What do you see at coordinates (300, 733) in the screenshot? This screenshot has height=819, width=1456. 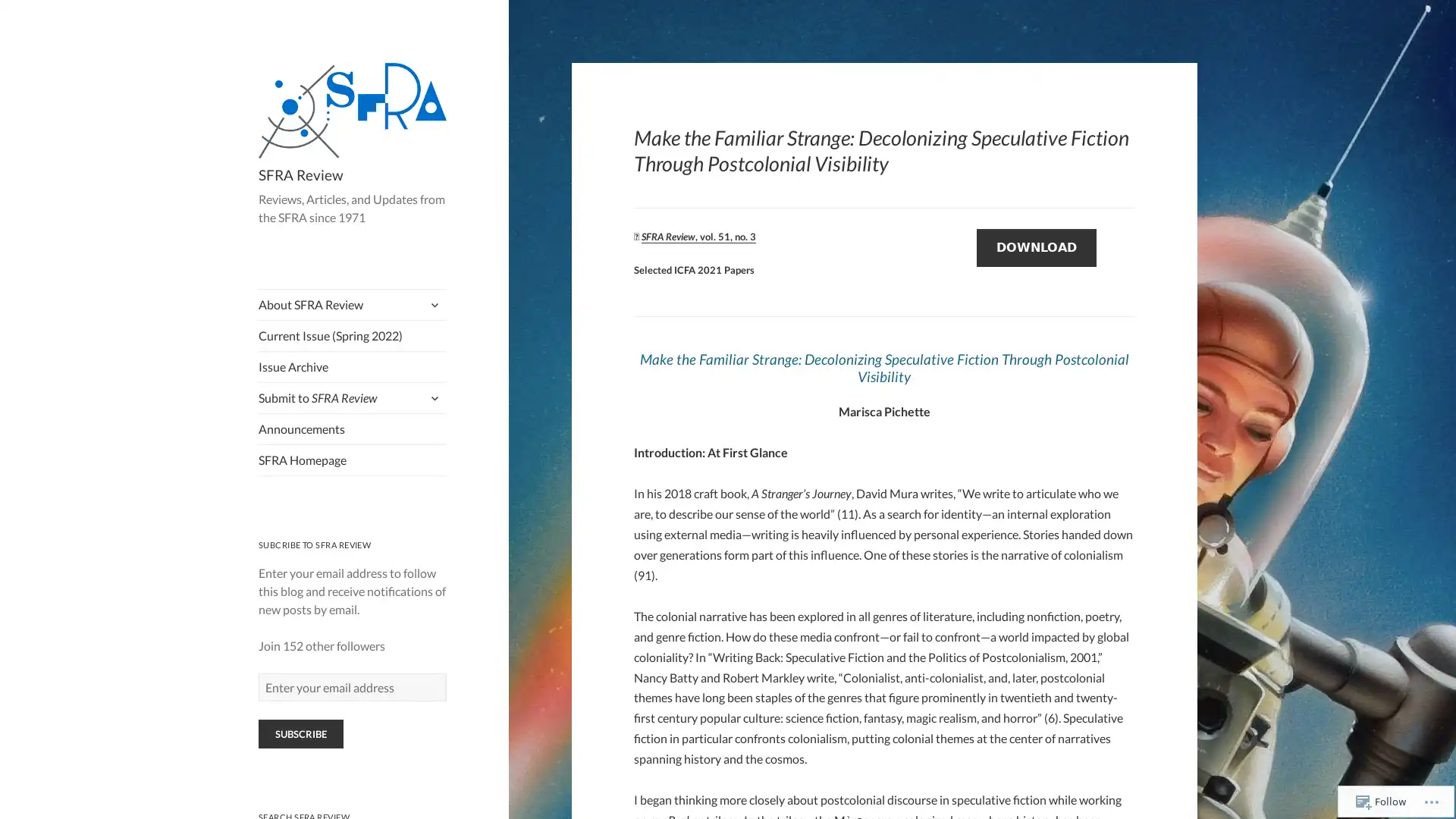 I see `SUBSCRIBE` at bounding box center [300, 733].